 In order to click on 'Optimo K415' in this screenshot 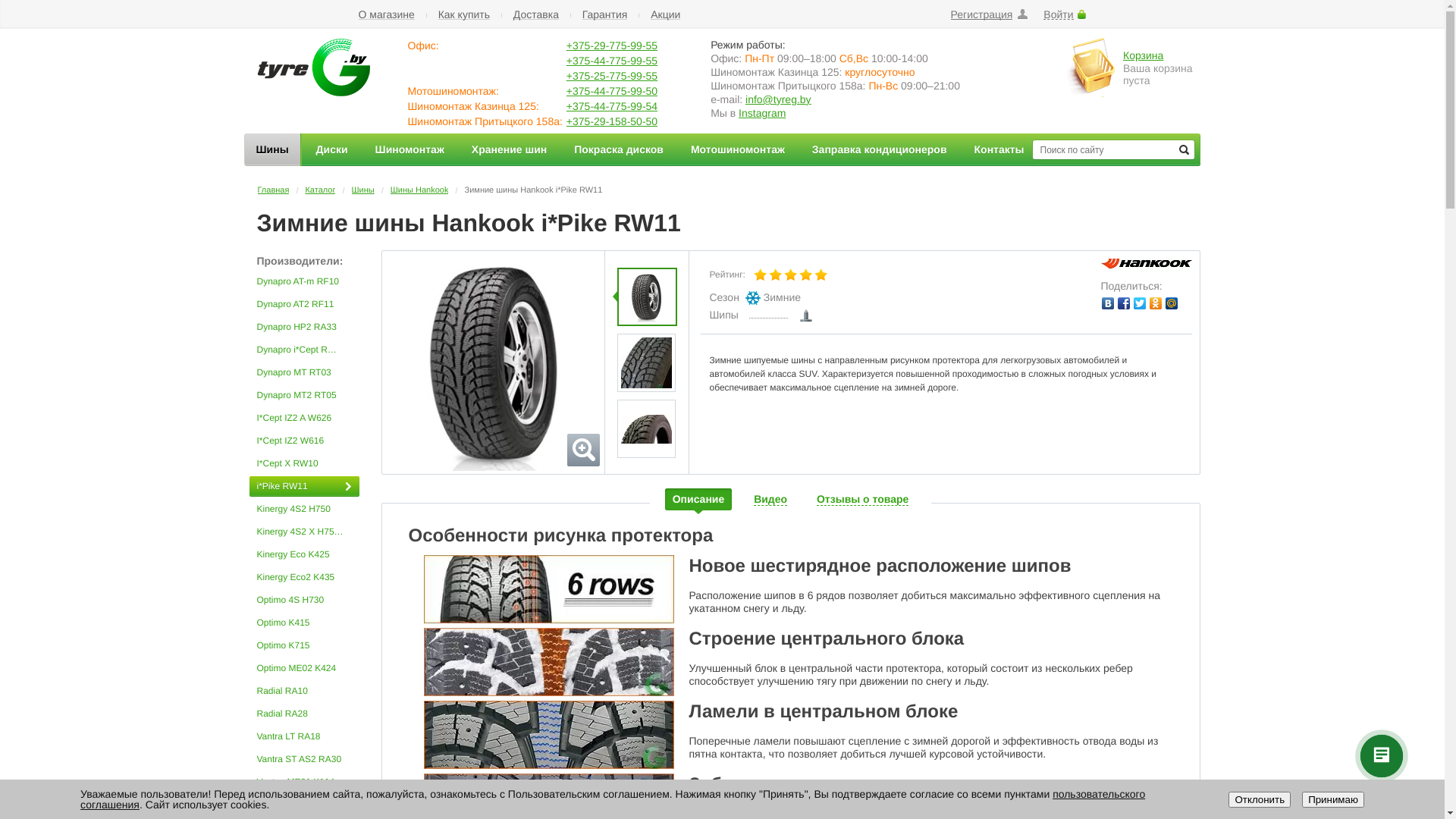, I will do `click(303, 623)`.